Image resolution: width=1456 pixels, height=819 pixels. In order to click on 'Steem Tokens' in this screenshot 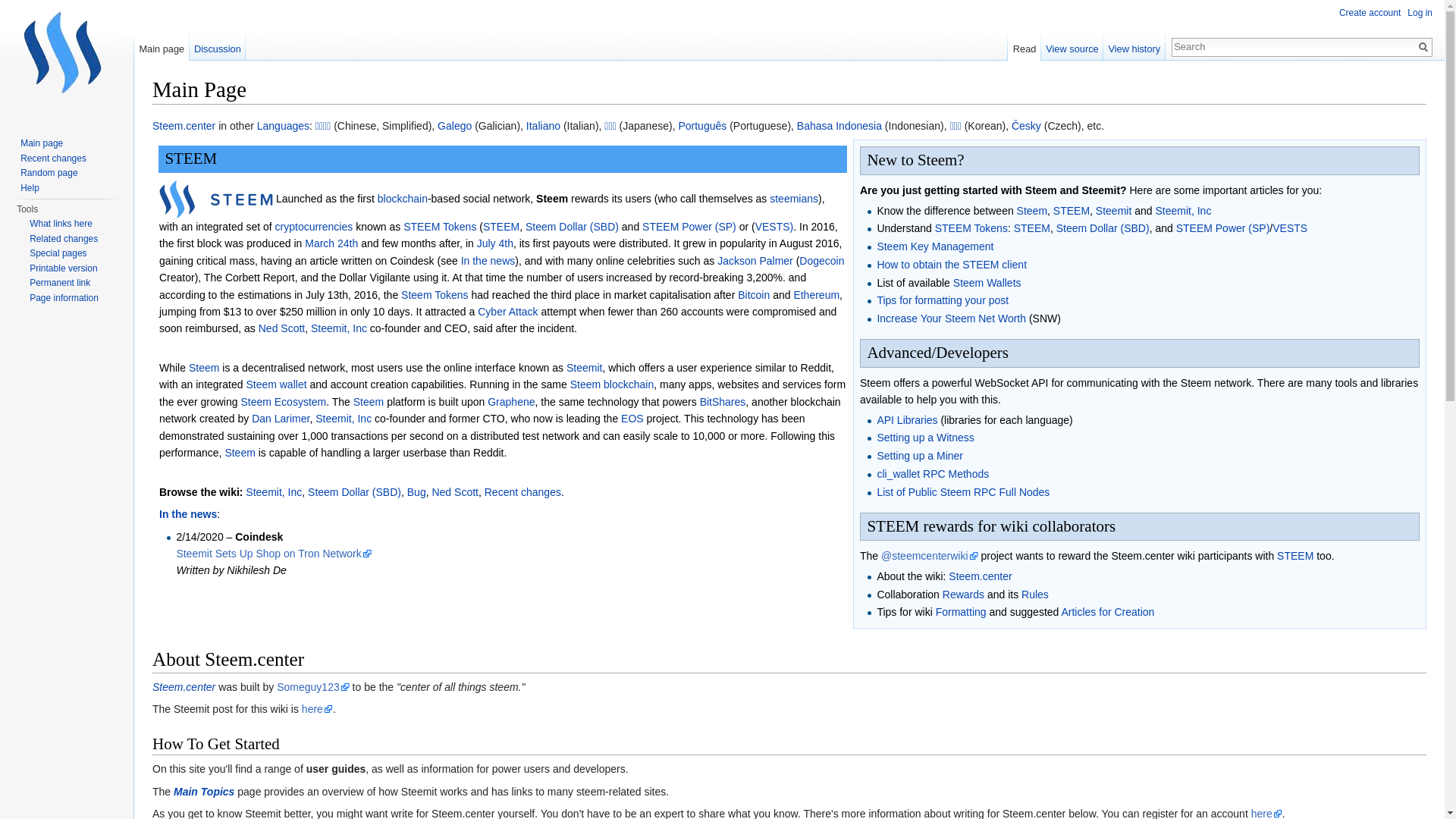, I will do `click(400, 294)`.